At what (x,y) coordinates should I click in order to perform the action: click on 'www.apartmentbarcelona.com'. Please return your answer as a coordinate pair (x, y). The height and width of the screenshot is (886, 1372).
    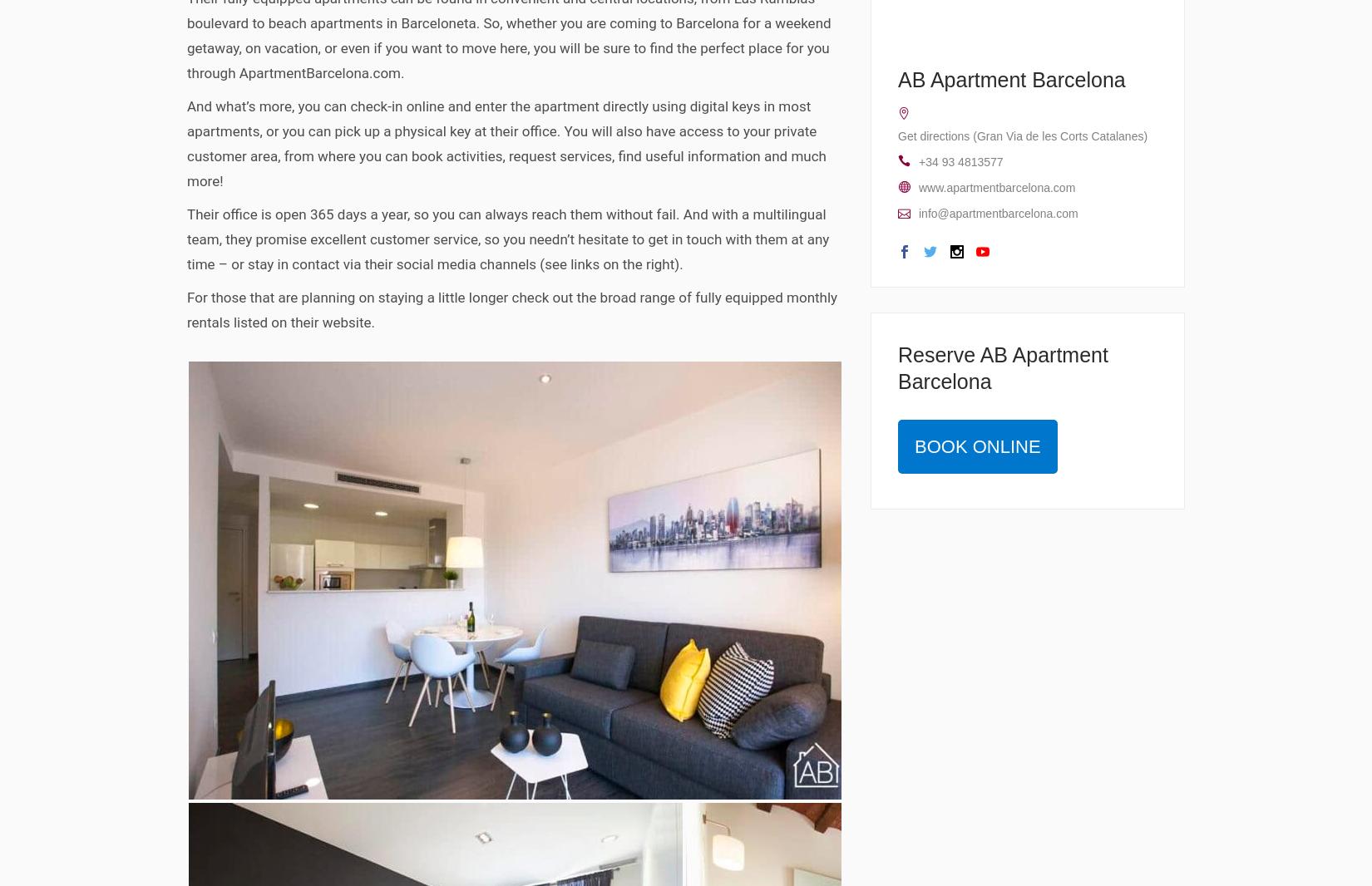
    Looking at the image, I should click on (997, 186).